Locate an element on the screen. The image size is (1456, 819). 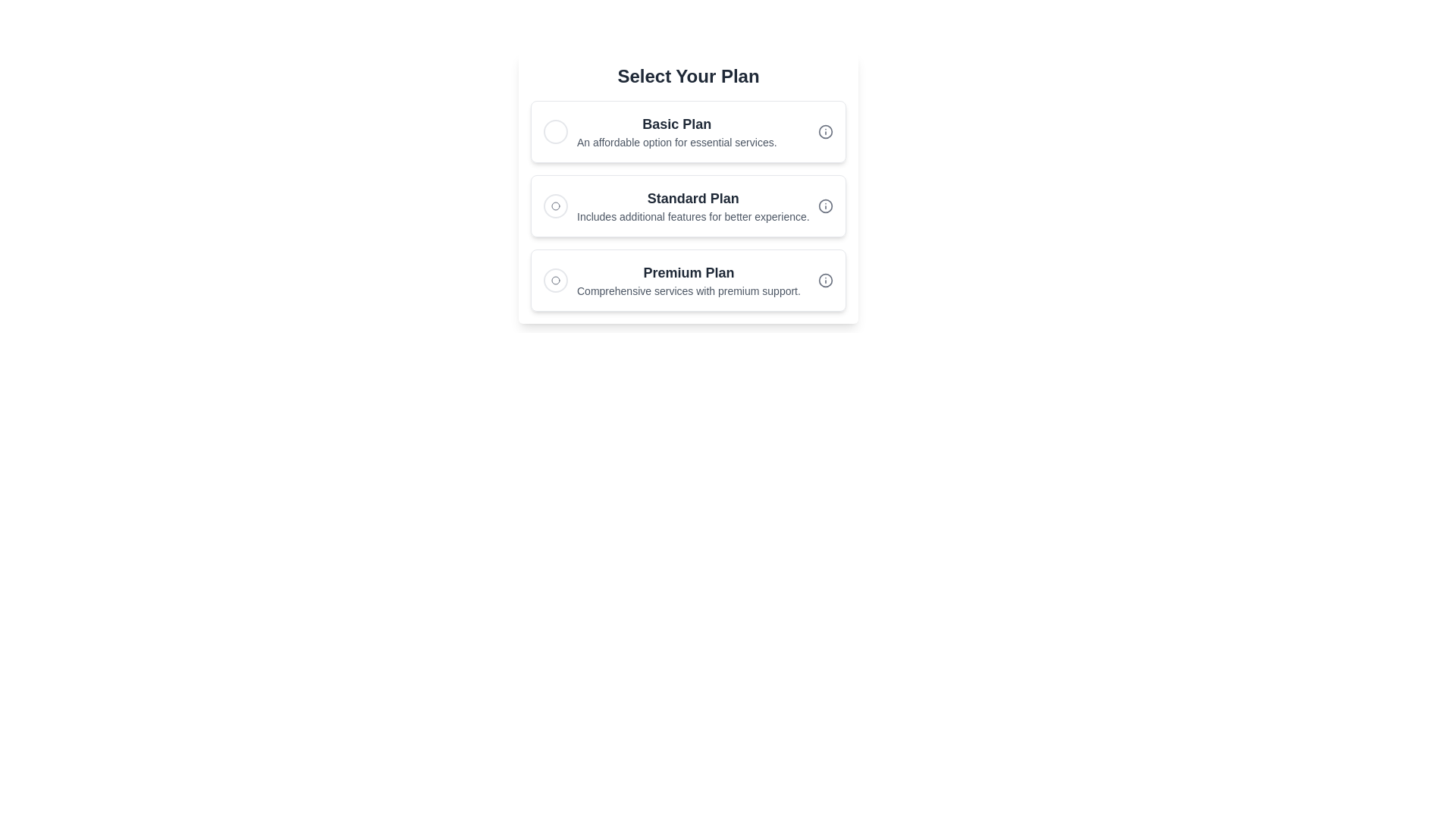
the 'Premium Plan' selectable option, which includes a radio button and descriptive text, located below the 'Standard Plan' in the vertical selection list is located at coordinates (688, 281).